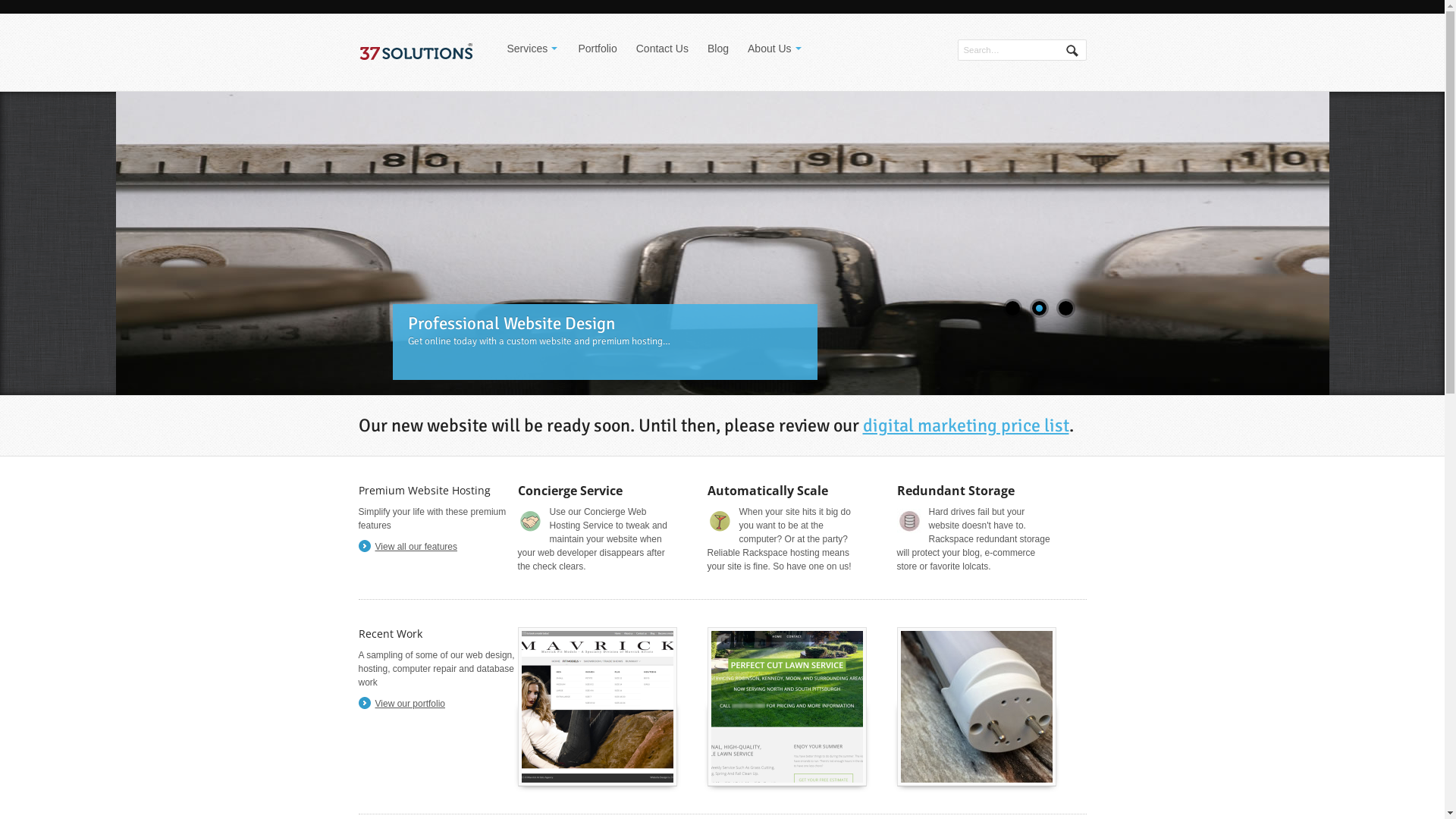 The width and height of the screenshot is (1456, 819). What do you see at coordinates (955, 491) in the screenshot?
I see `'Redundant Storage'` at bounding box center [955, 491].